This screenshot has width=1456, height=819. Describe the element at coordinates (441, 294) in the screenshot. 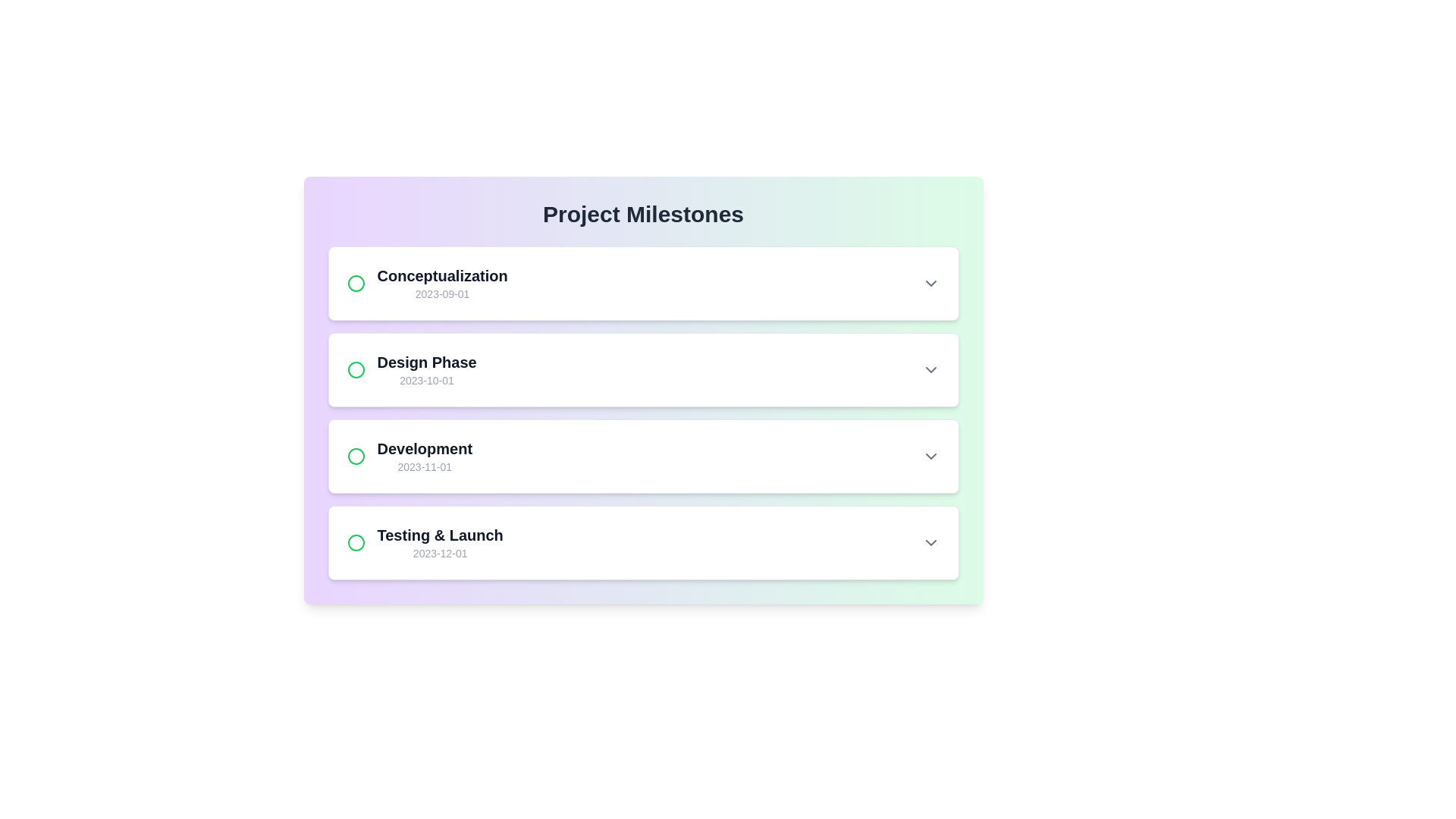

I see `the text label displaying the date '2023-09-01', which is styled with light gray text on a white background and located below the title 'Conceptualization' in the 'Project Milestones' section` at that location.